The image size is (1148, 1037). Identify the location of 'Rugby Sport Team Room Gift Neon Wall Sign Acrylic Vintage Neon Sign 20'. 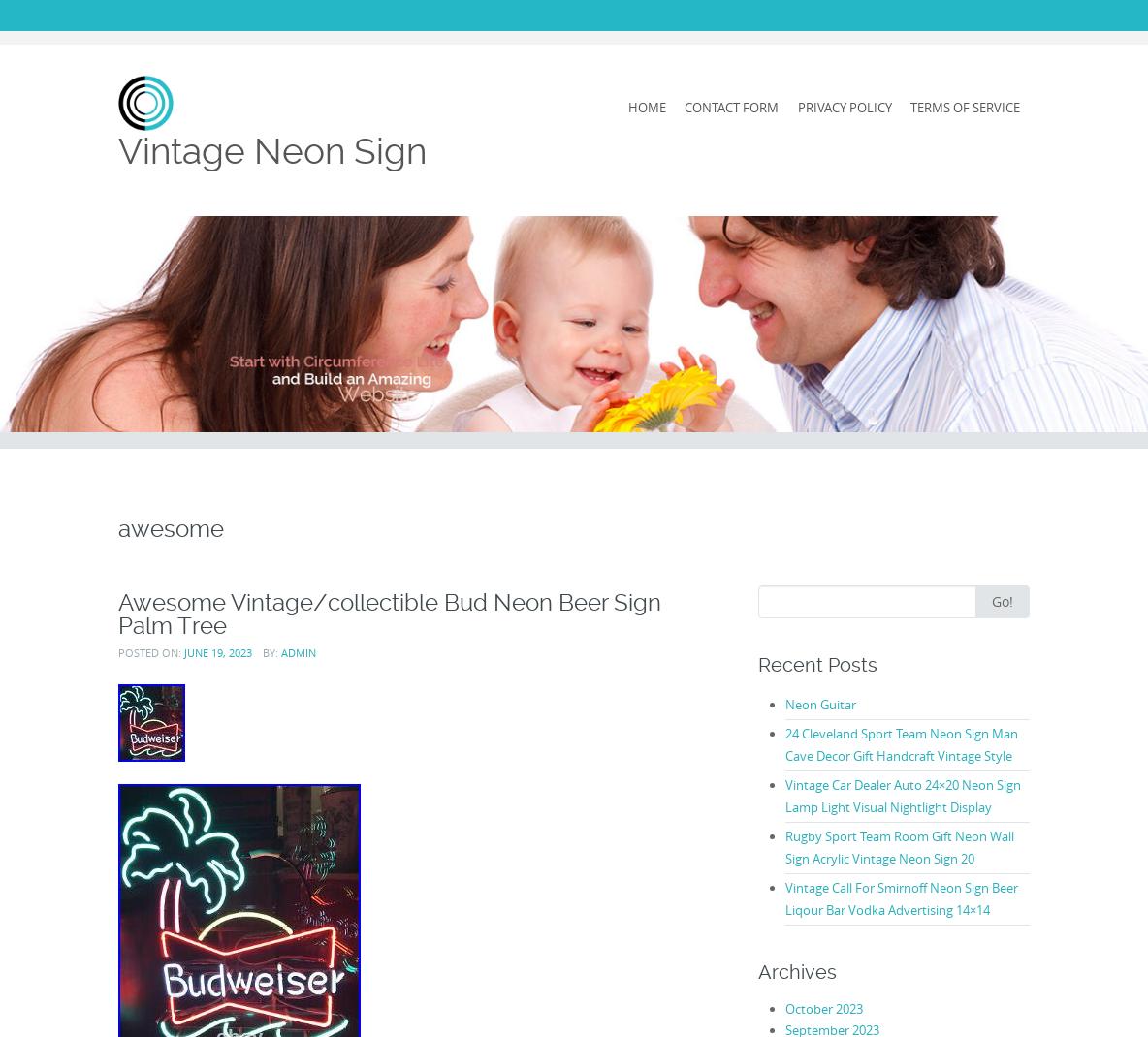
(897, 846).